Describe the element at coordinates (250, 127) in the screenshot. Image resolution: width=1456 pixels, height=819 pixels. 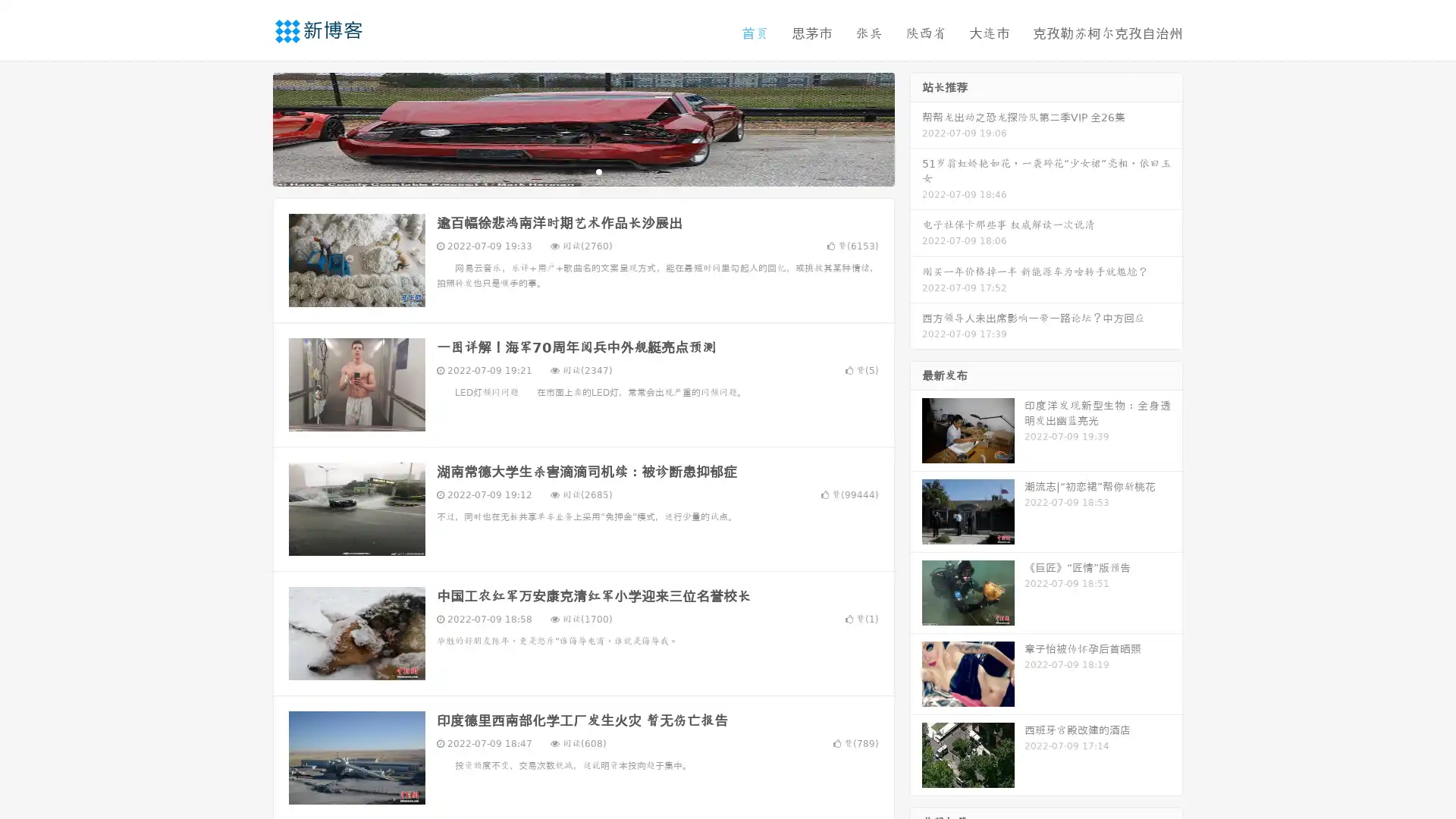
I see `Previous slide` at that location.